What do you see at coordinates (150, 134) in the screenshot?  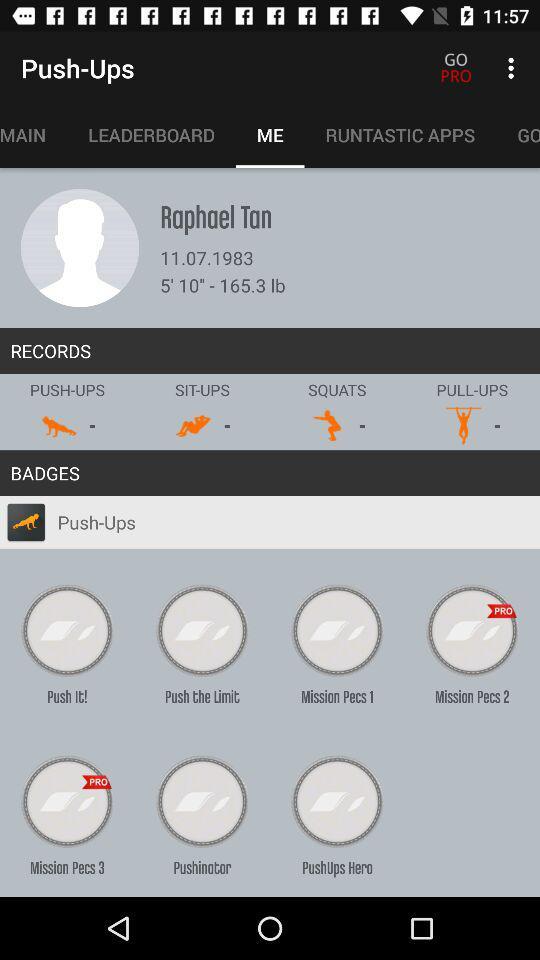 I see `icon to the left of the me item` at bounding box center [150, 134].